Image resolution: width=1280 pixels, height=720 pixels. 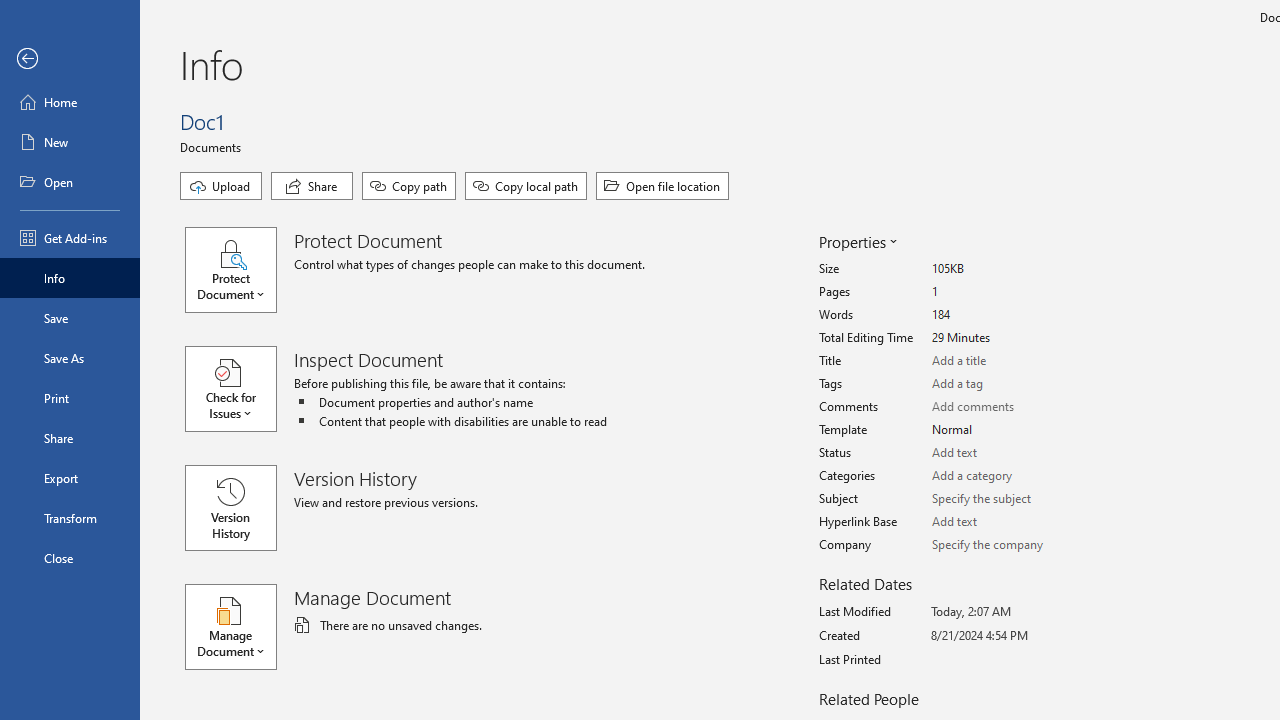 What do you see at coordinates (69, 316) in the screenshot?
I see `'Save'` at bounding box center [69, 316].